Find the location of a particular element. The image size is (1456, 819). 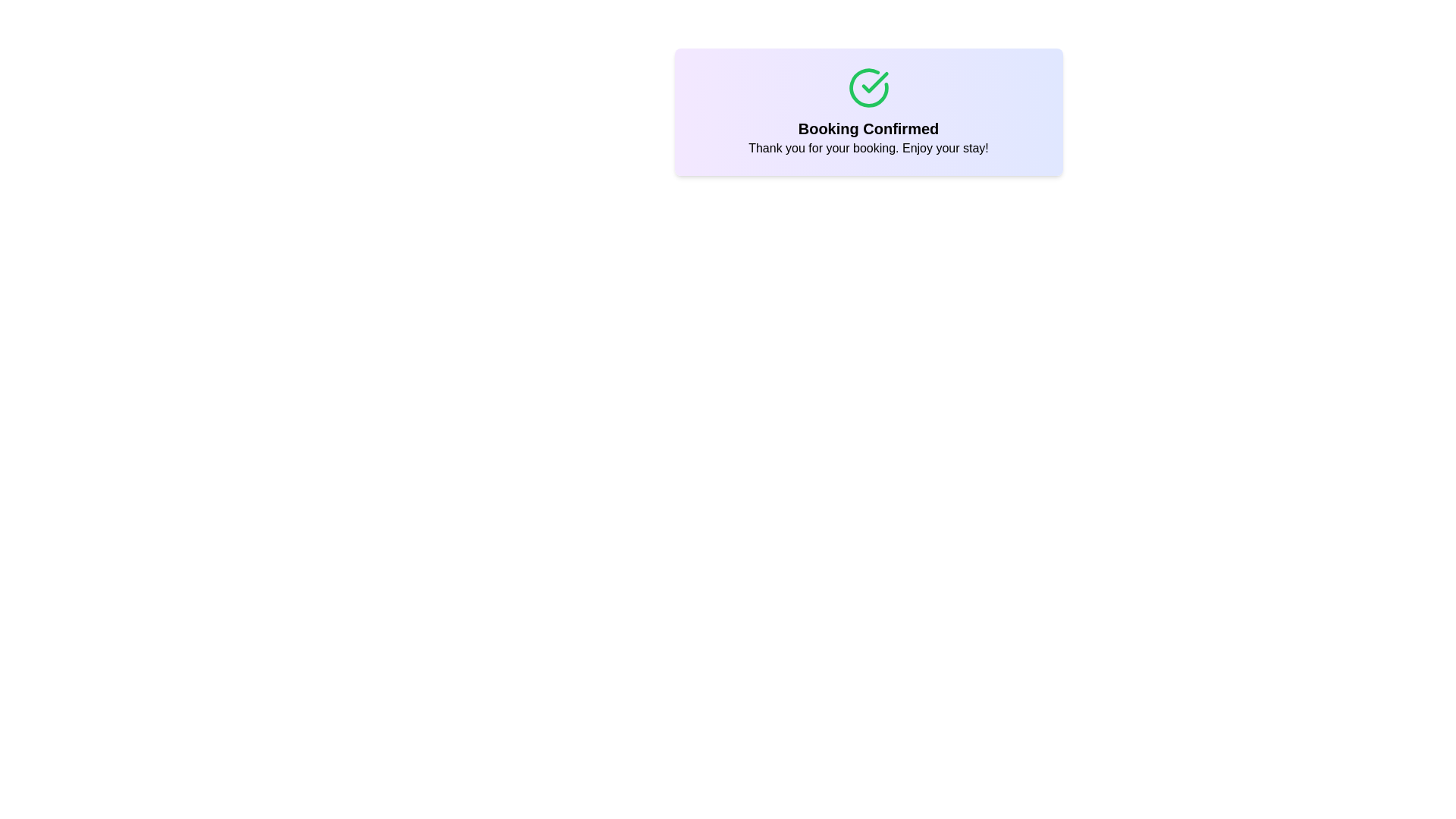

the visual confirmation icon located at the top-center area above the 'Booking Confirmed' text to refer to its meaning of successful action or booking is located at coordinates (868, 87).